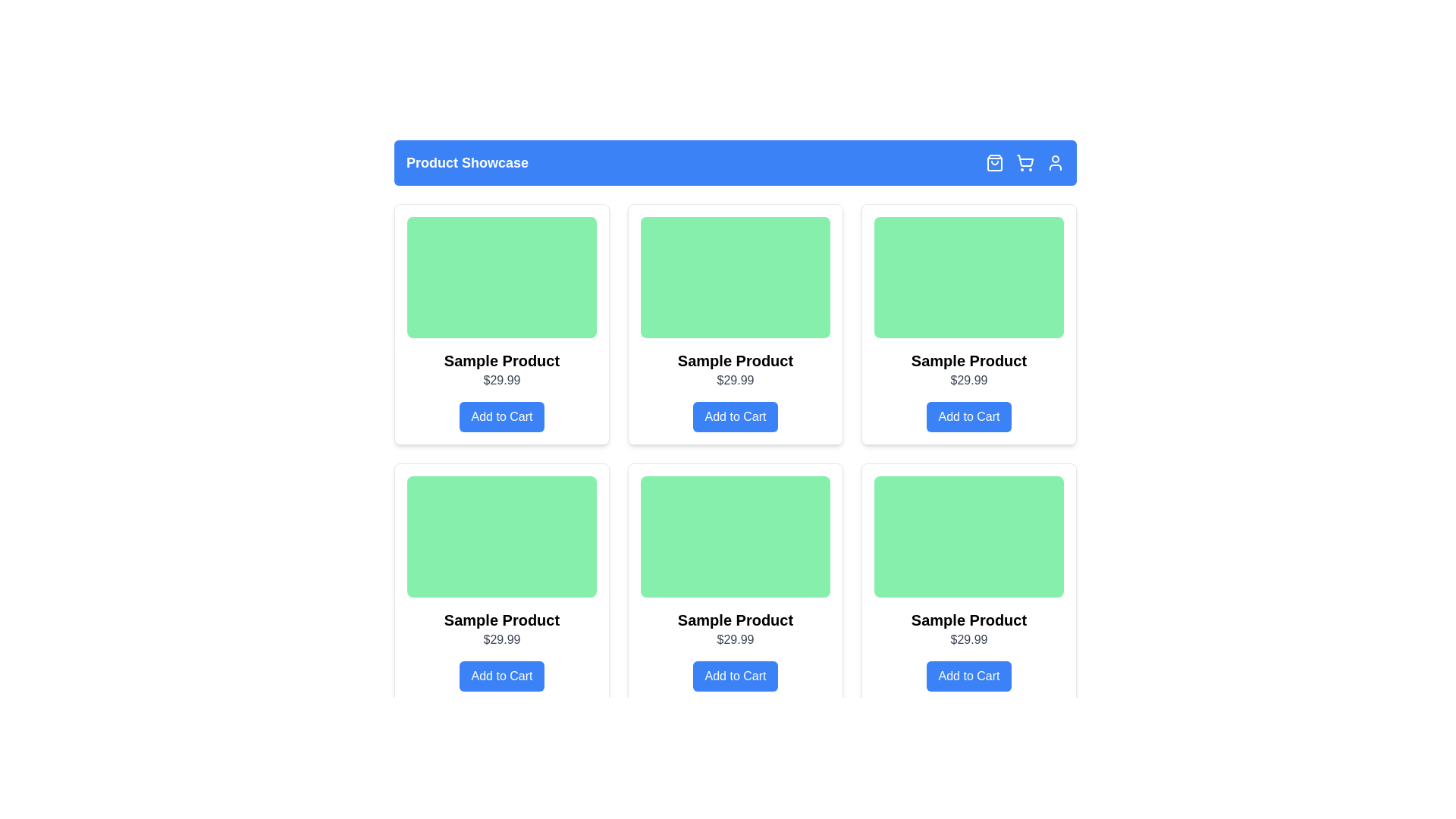  What do you see at coordinates (1025, 163) in the screenshot?
I see `the shopping cart icon located as the second icon from the left in the row of icons at the rightmost end of the blue header bar` at bounding box center [1025, 163].